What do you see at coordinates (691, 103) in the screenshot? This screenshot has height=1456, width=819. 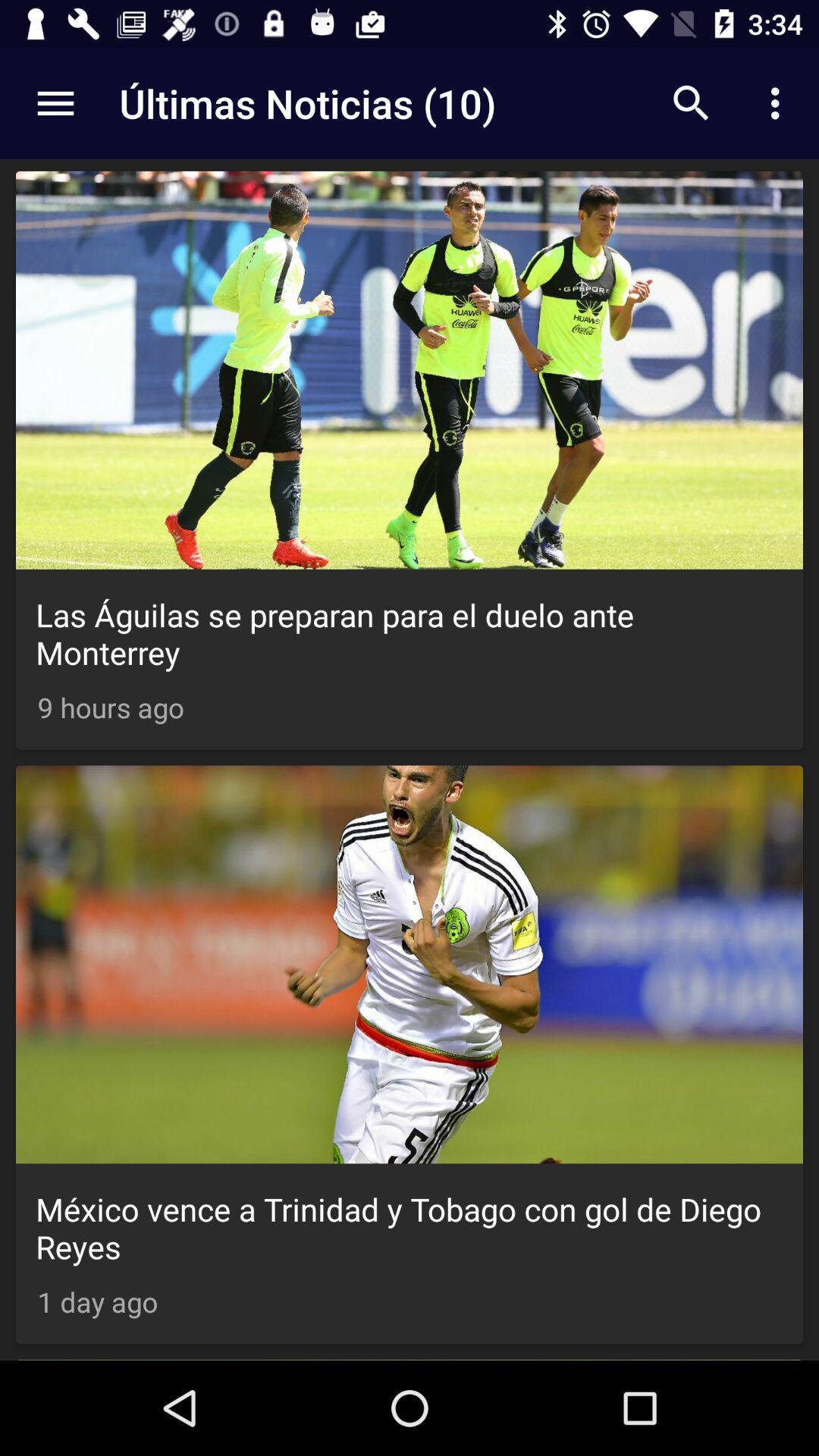 I see `search button` at bounding box center [691, 103].